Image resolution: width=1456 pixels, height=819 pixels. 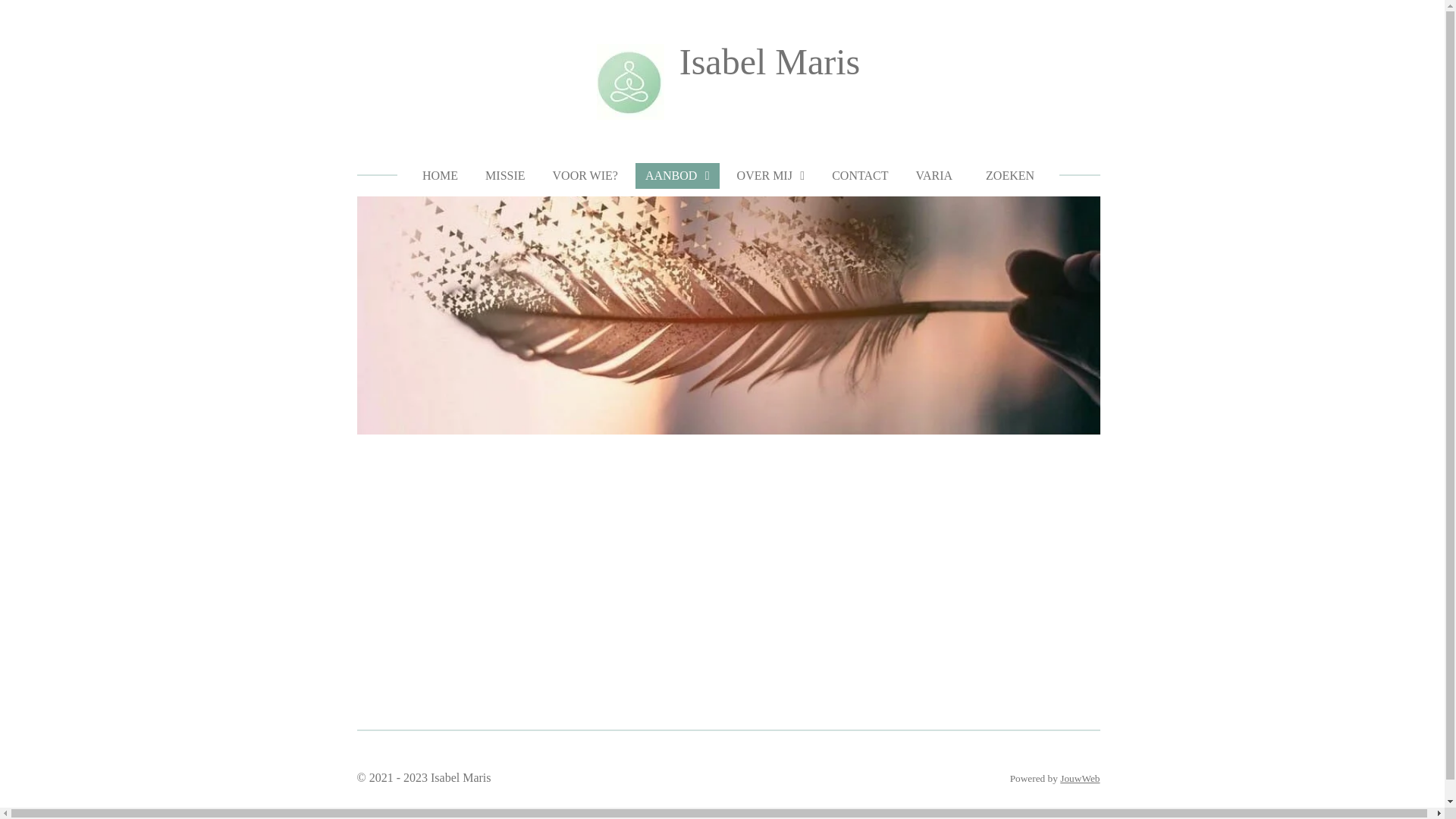 What do you see at coordinates (1007, 174) in the screenshot?
I see `'ZOEKEN'` at bounding box center [1007, 174].